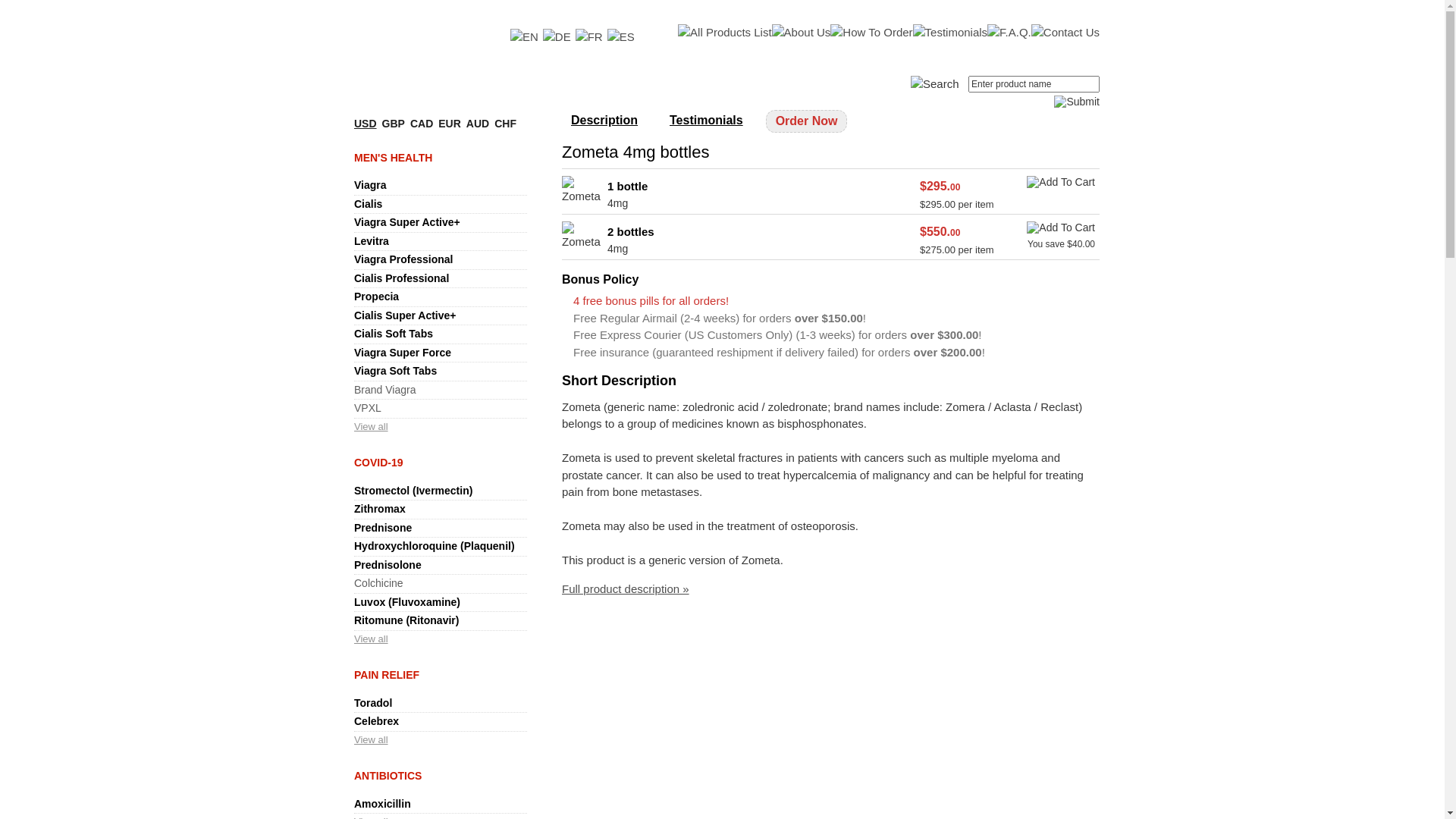 The width and height of the screenshot is (1456, 819). What do you see at coordinates (542, 36) in the screenshot?
I see `'Deutsch'` at bounding box center [542, 36].